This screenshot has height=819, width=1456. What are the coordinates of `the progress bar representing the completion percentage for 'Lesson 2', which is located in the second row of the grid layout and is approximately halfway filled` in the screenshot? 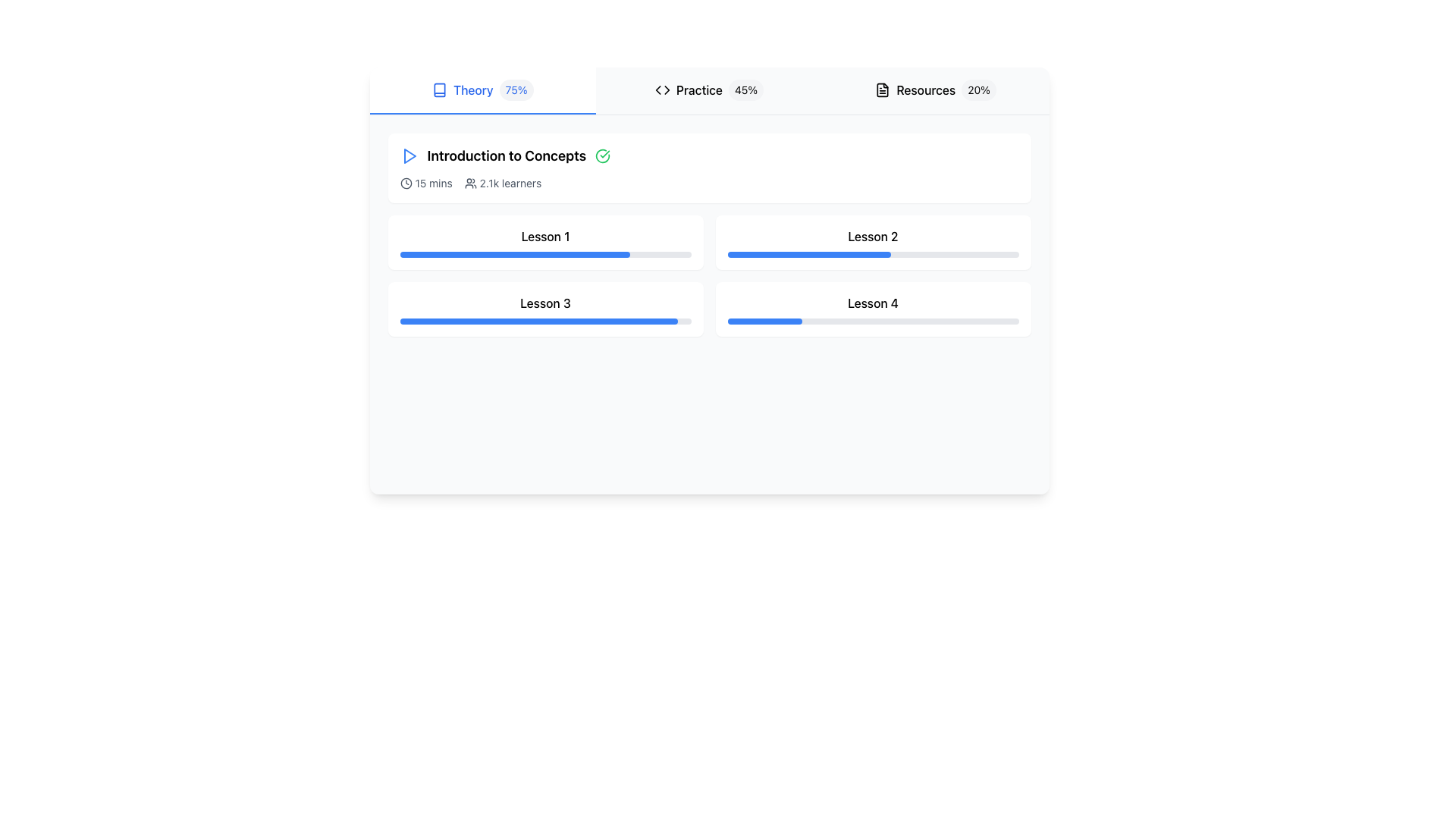 It's located at (808, 253).